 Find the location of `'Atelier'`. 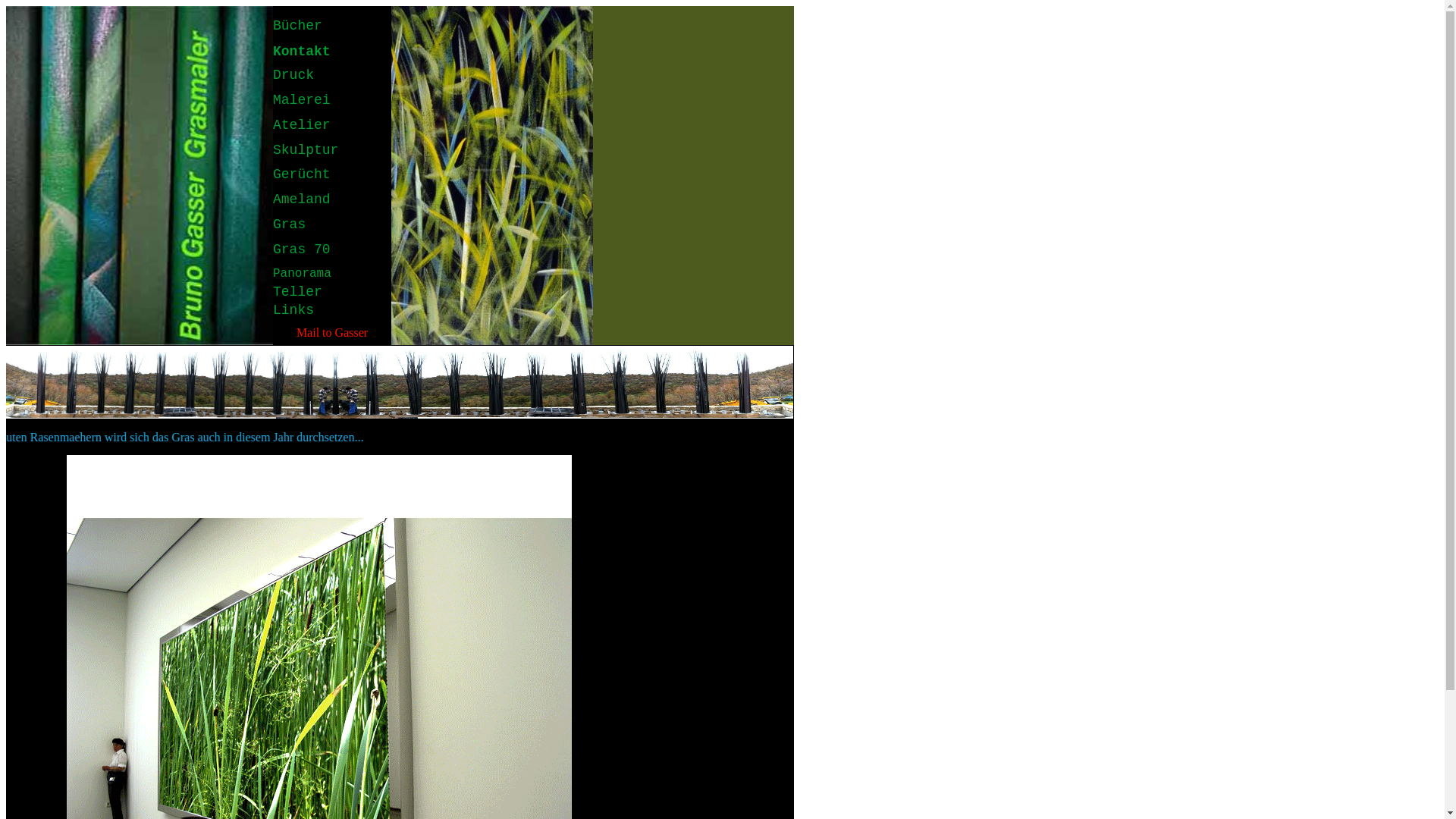

'Atelier' is located at coordinates (302, 124).